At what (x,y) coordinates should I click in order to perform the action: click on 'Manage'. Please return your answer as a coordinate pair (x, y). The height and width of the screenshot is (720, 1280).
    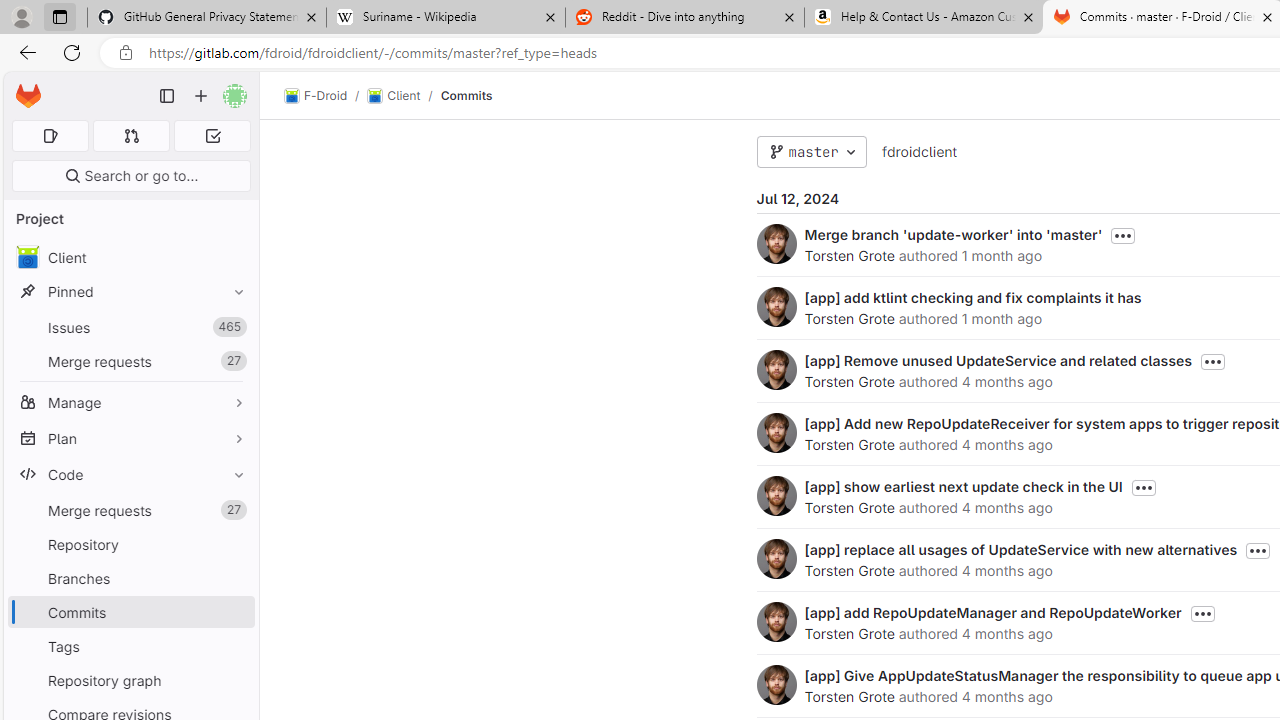
    Looking at the image, I should click on (130, 402).